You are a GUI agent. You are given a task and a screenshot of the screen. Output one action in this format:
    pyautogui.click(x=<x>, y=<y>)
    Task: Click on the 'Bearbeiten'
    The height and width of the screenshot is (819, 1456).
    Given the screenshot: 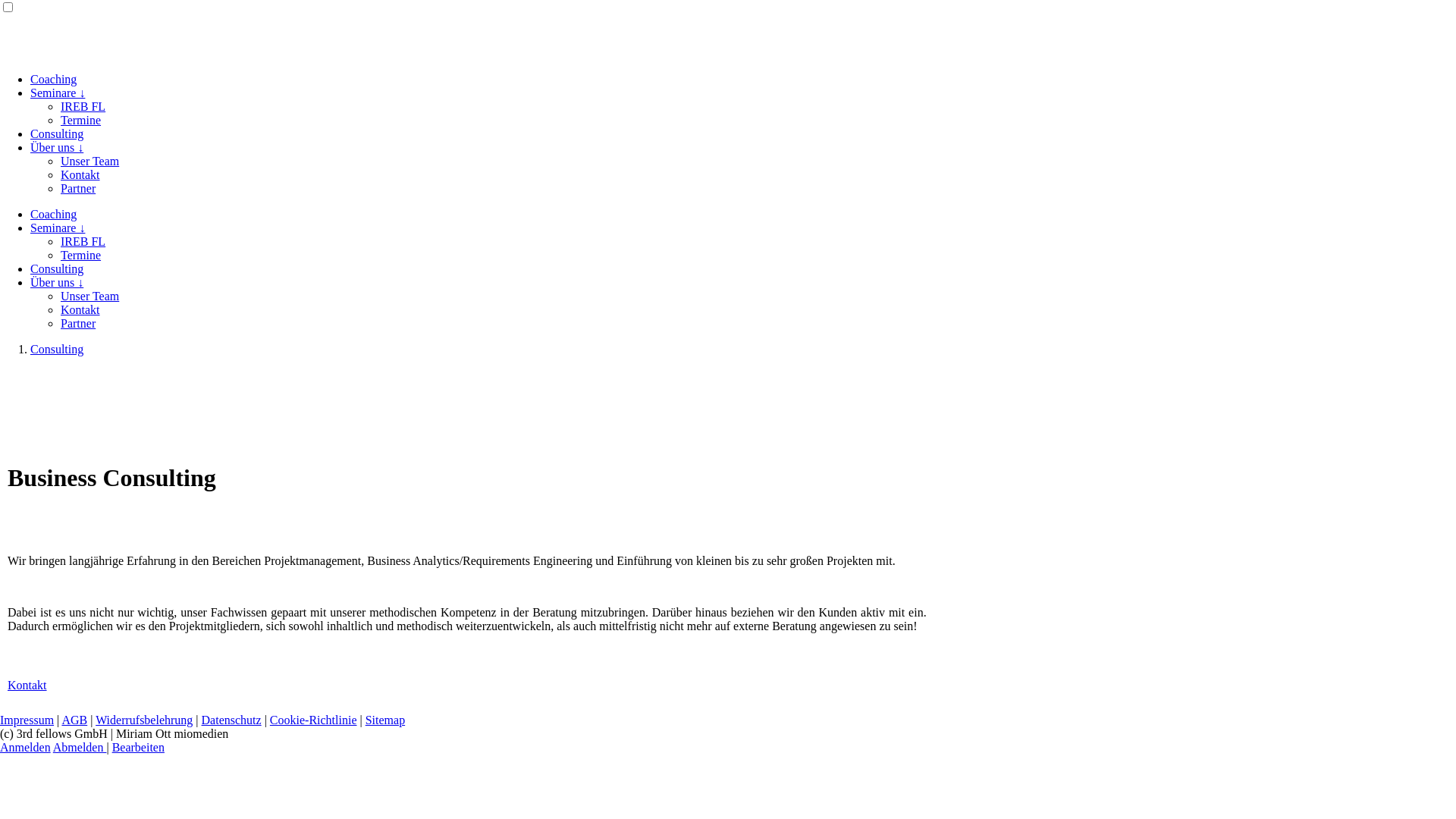 What is the action you would take?
    pyautogui.click(x=138, y=746)
    